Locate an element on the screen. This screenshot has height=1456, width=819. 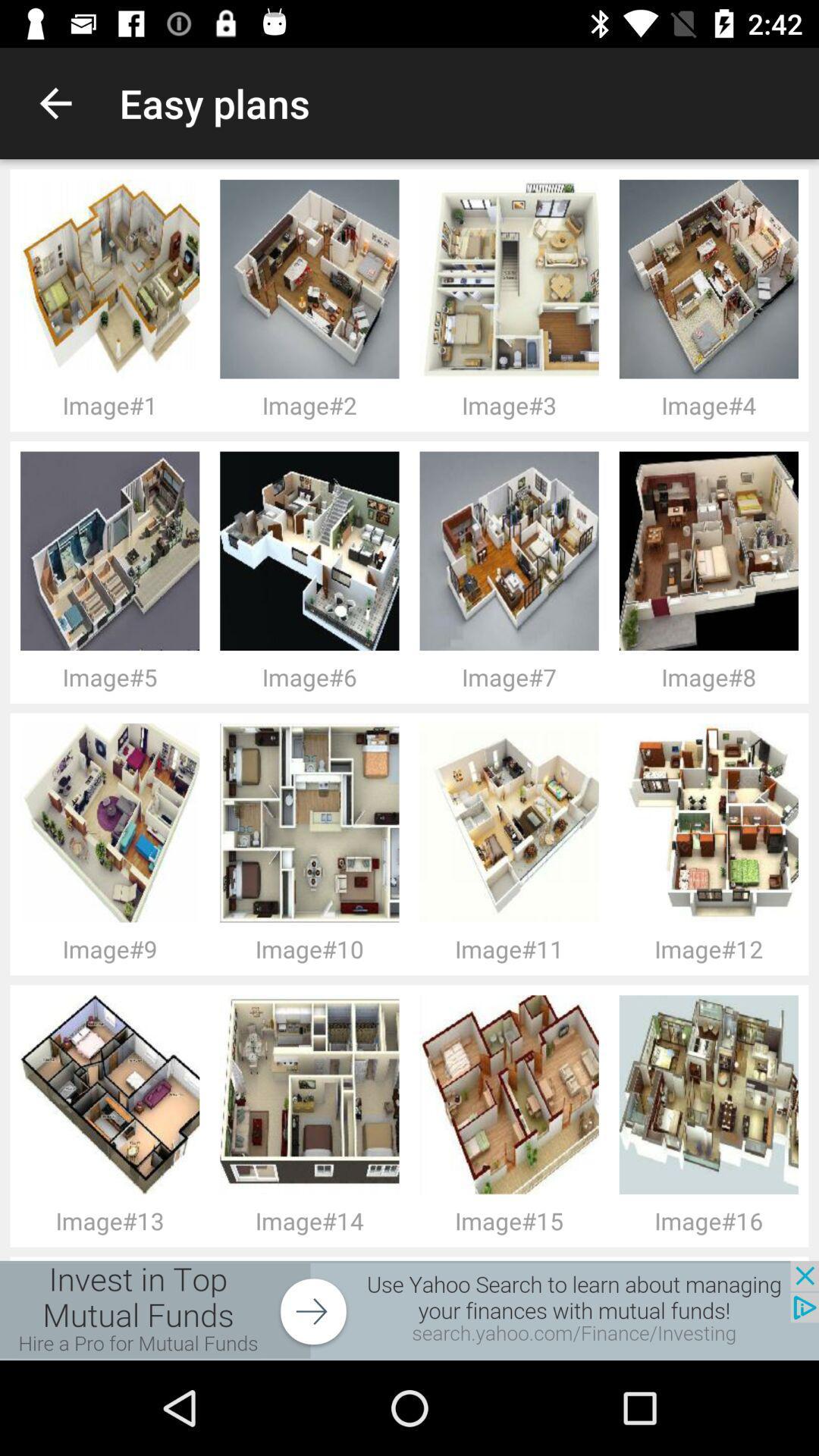
icon below the image#13 icon is located at coordinates (409, 1310).